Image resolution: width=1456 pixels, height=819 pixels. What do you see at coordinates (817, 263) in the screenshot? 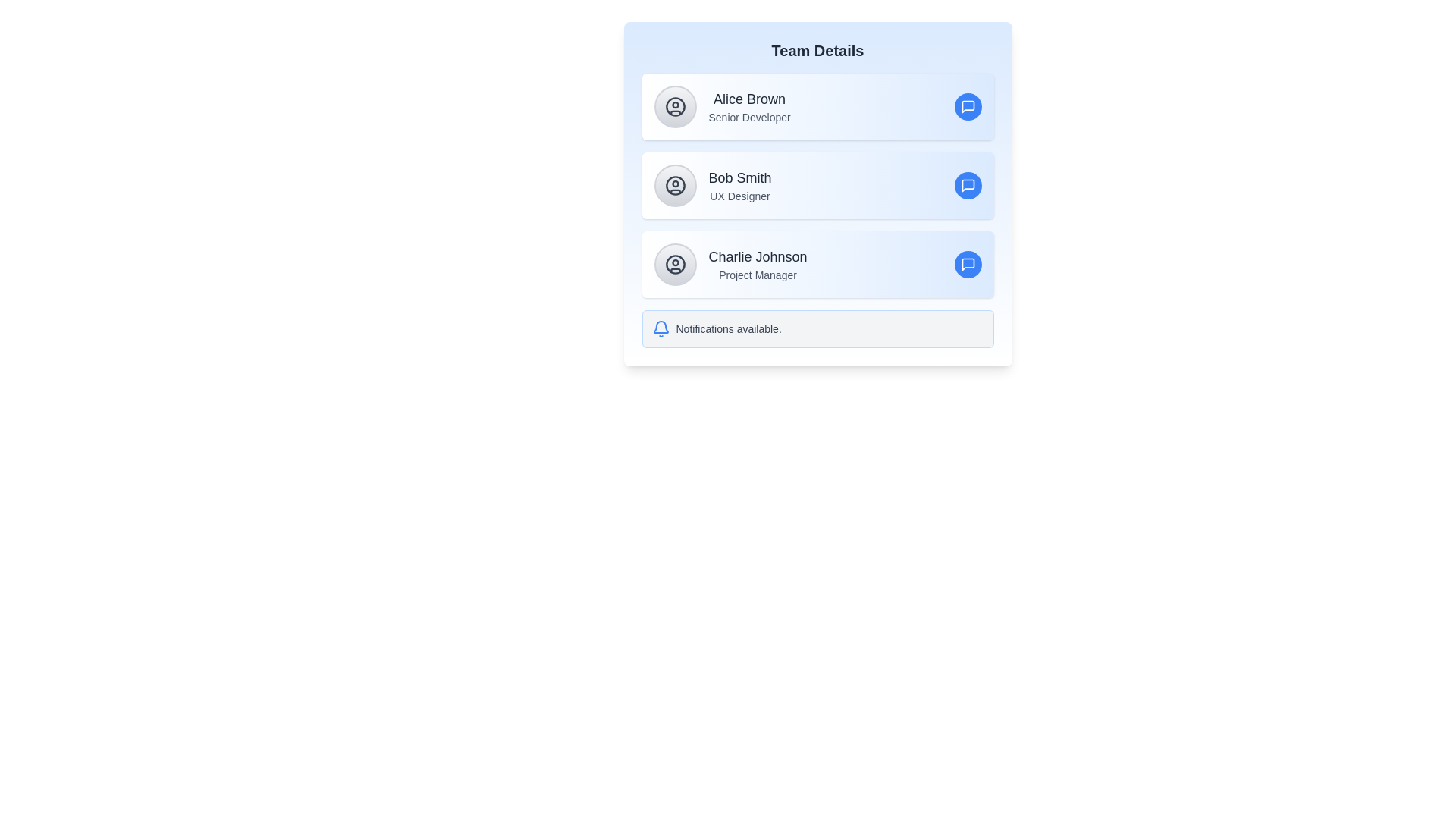
I see `the Profile card for Charlie Johnson, the third item in the 'Team Details' list` at bounding box center [817, 263].